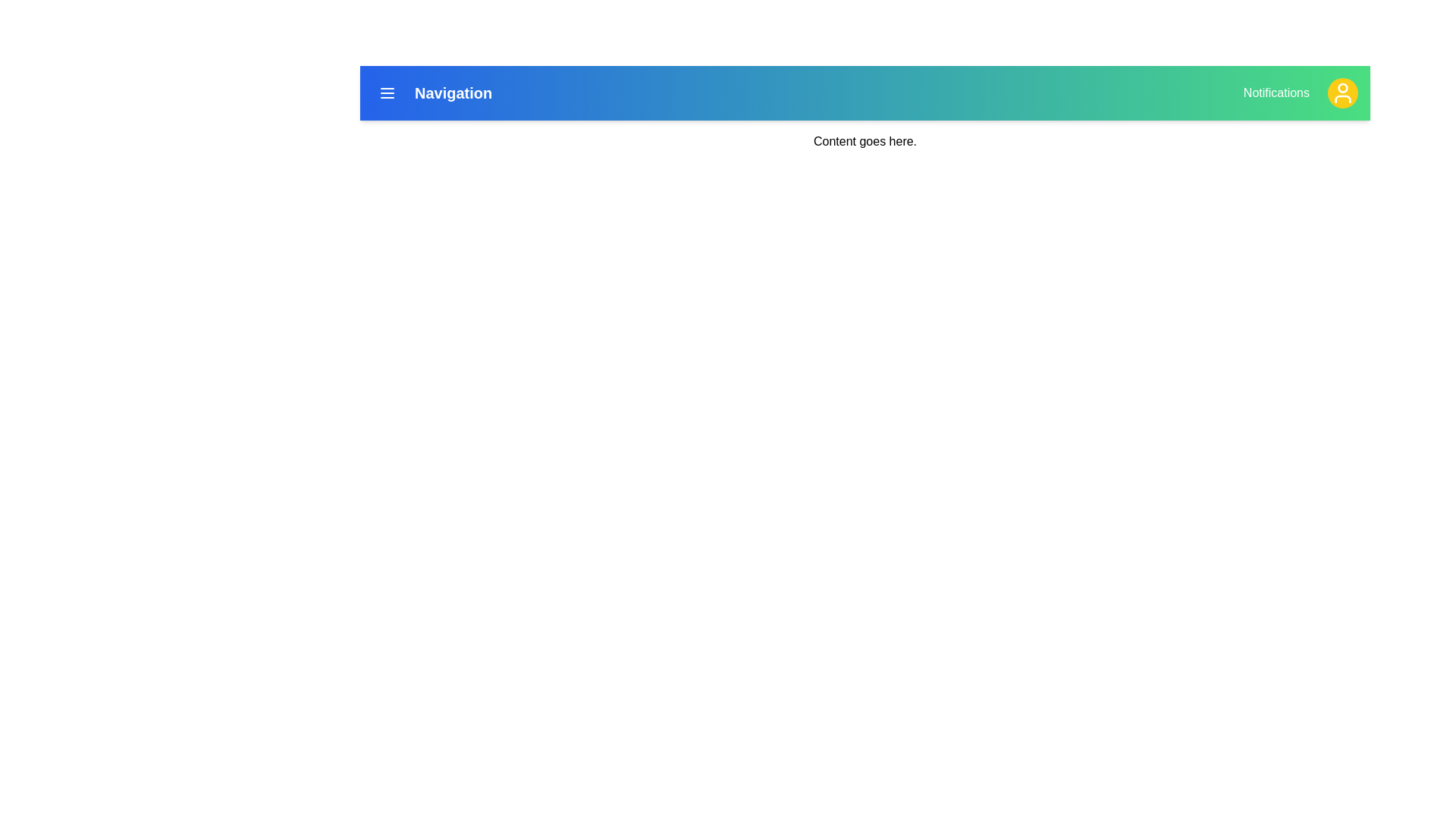 The height and width of the screenshot is (819, 1456). What do you see at coordinates (1343, 93) in the screenshot?
I see `the user avatar to view the user profile` at bounding box center [1343, 93].